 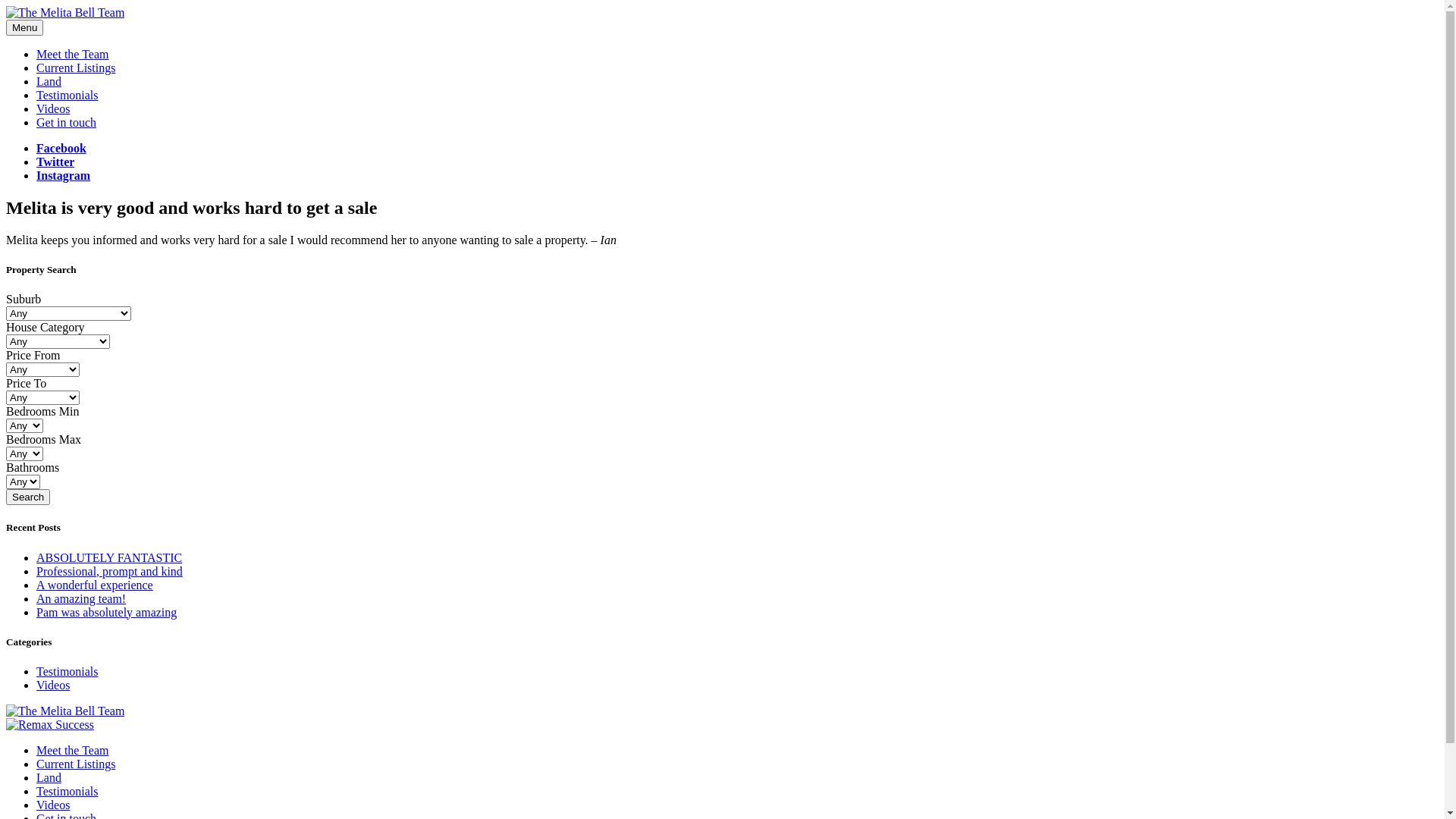 I want to click on 'Search', so click(x=28, y=497).